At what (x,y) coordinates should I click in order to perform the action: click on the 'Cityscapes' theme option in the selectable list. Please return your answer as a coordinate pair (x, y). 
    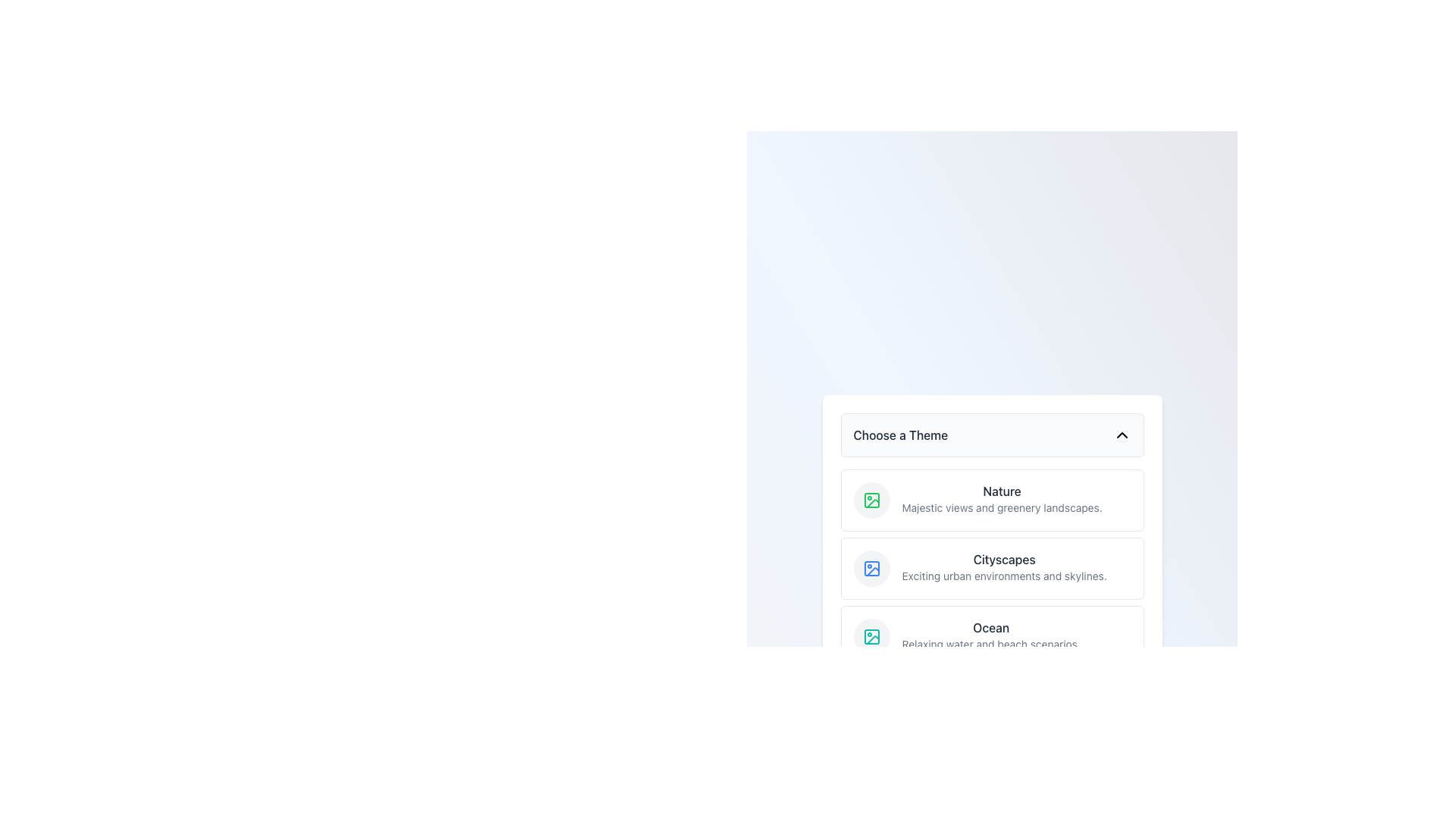
    Looking at the image, I should click on (980, 568).